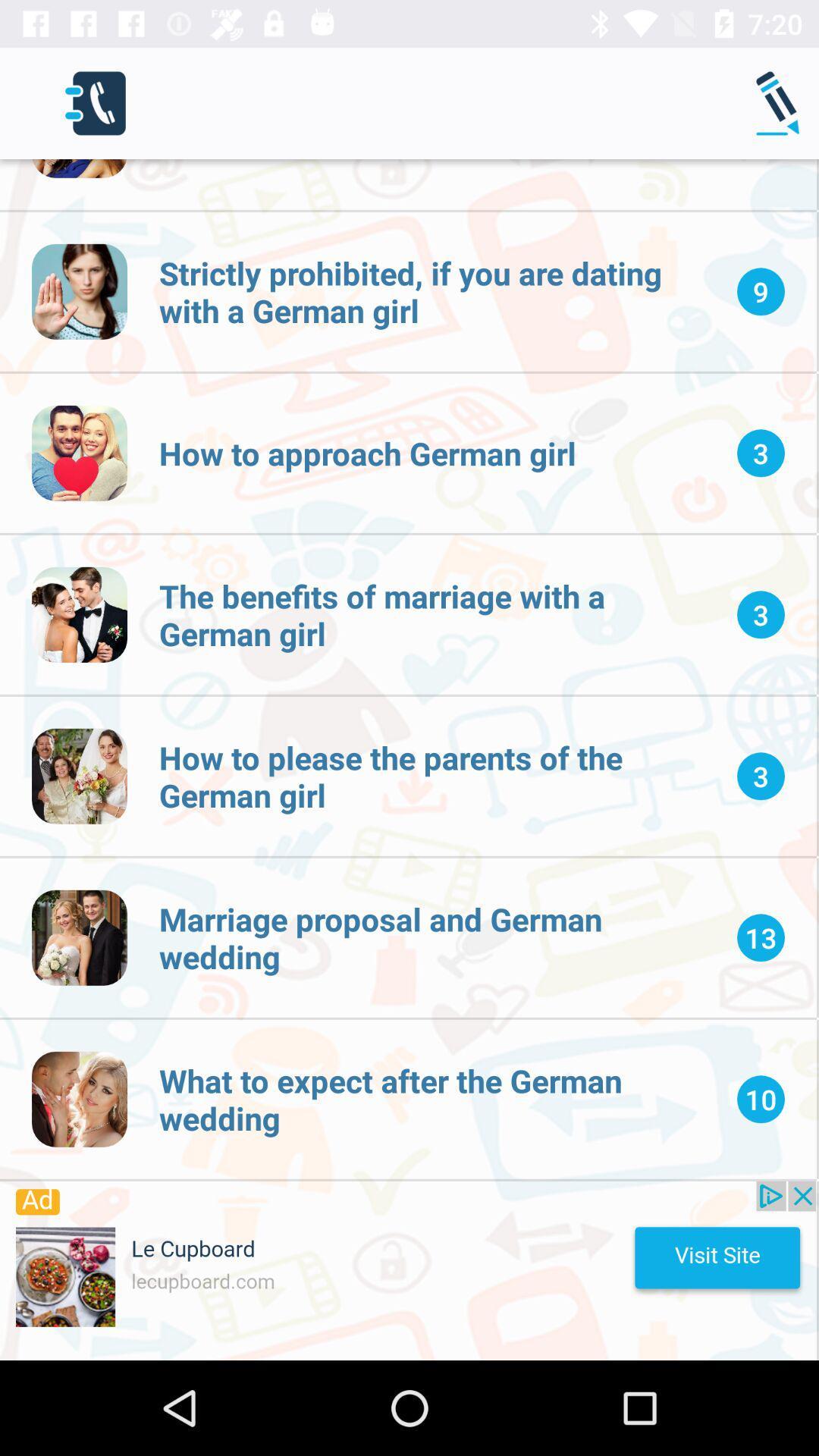 The width and height of the screenshot is (819, 1456). I want to click on this advertised product, so click(407, 1270).